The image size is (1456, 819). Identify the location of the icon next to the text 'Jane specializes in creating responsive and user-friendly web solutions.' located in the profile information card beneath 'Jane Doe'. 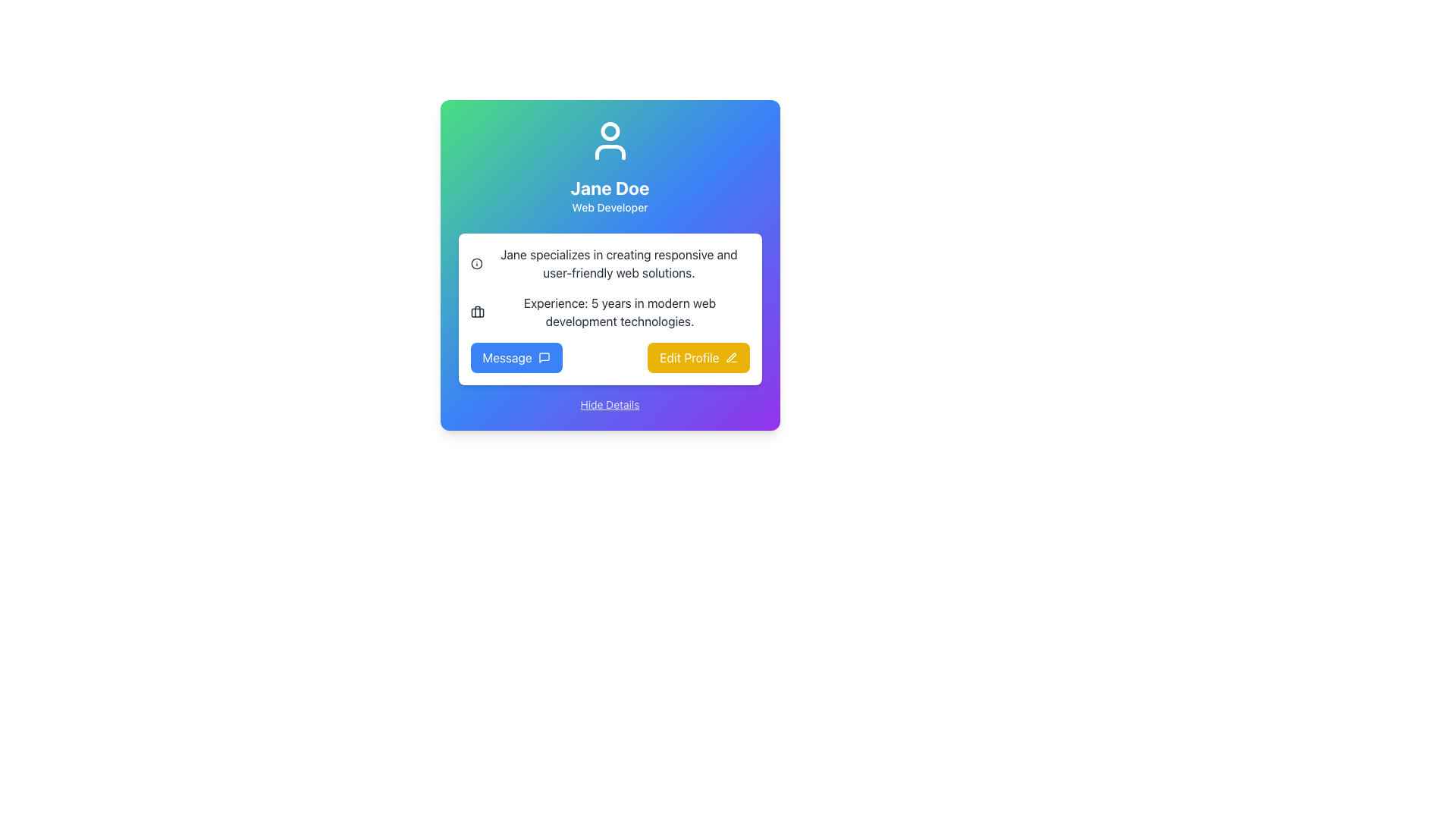
(610, 262).